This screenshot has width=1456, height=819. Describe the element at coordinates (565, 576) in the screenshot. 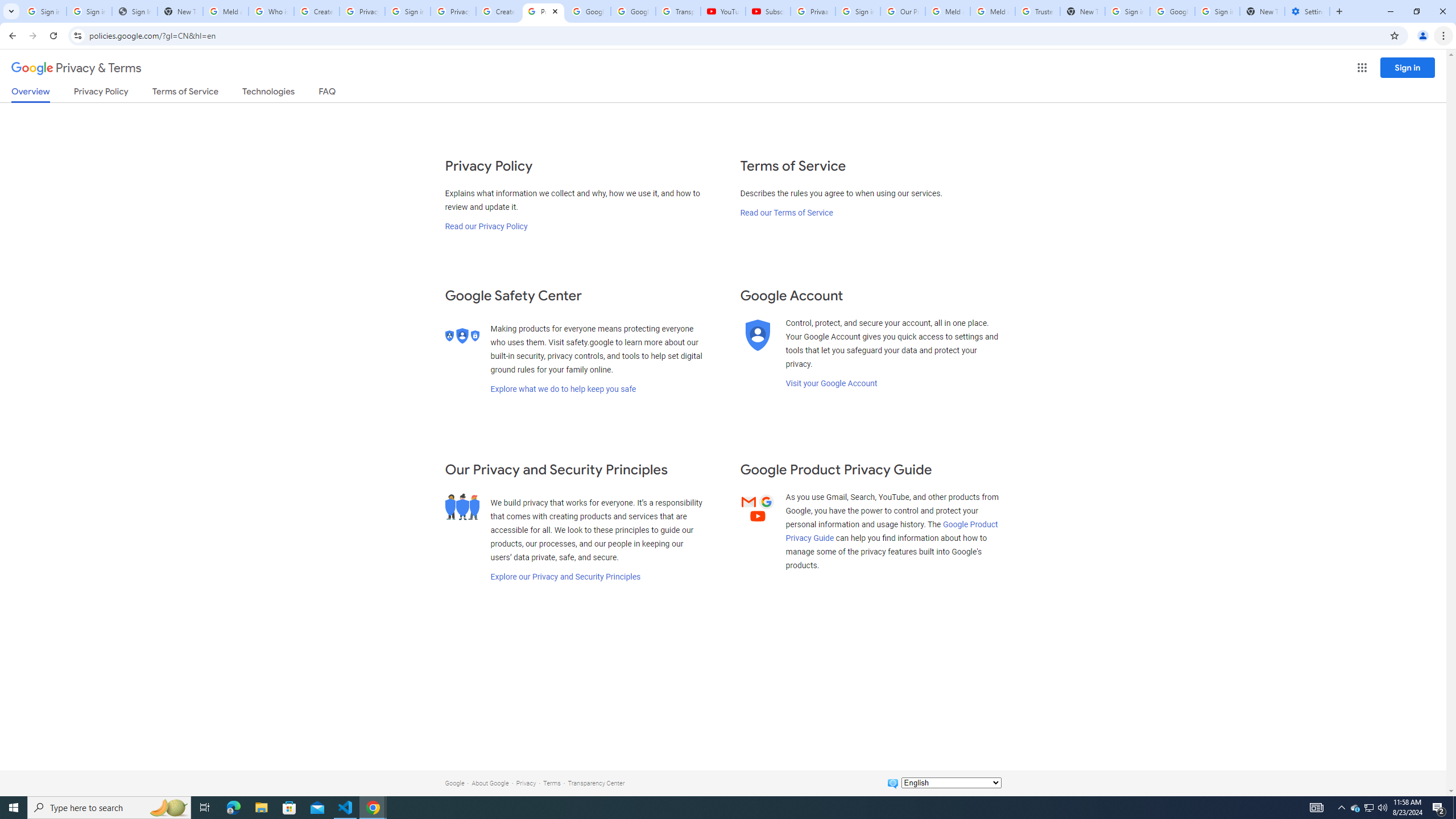

I see `'Explore our Privacy and Security Principles'` at that location.